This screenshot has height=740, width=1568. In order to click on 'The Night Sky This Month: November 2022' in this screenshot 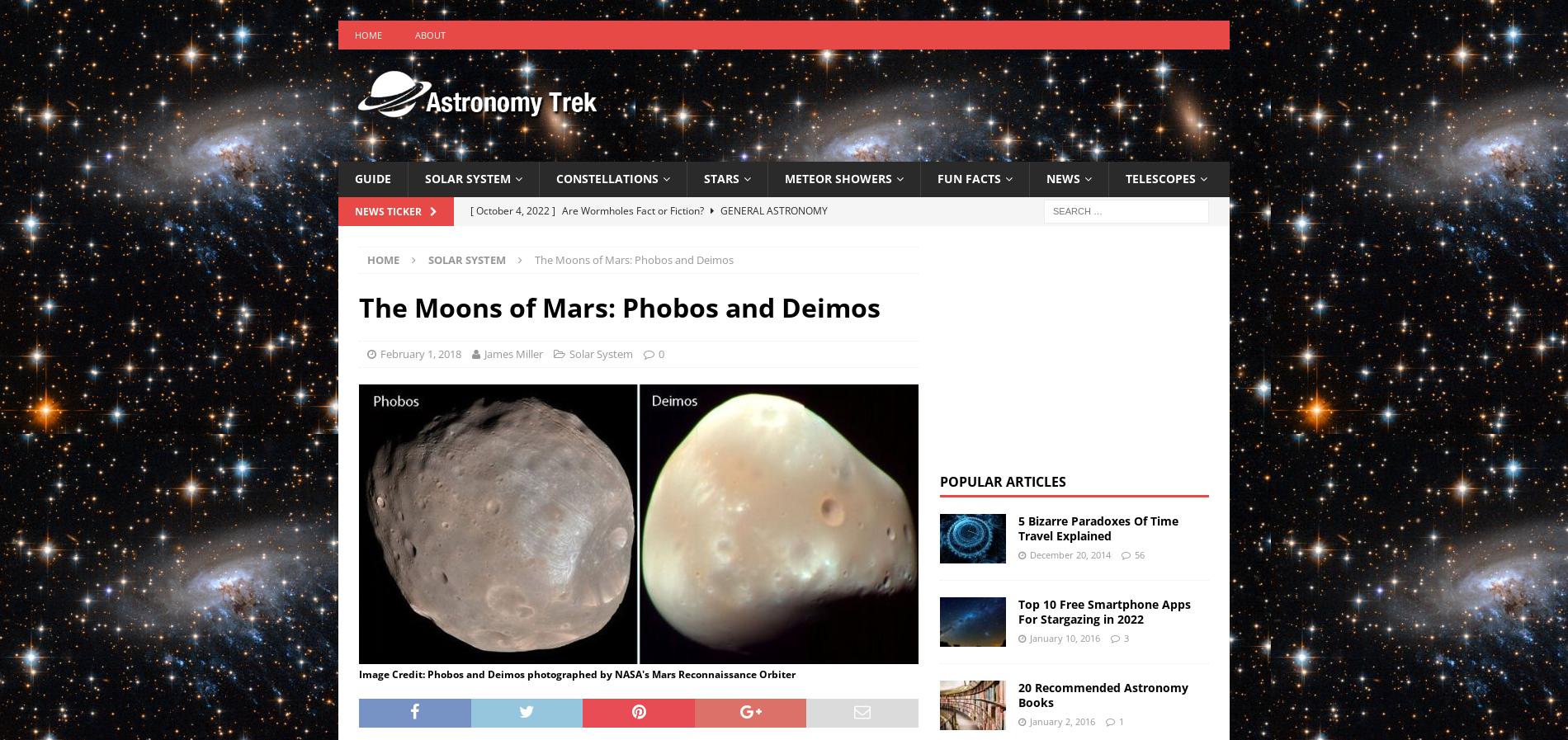, I will do `click(671, 349)`.